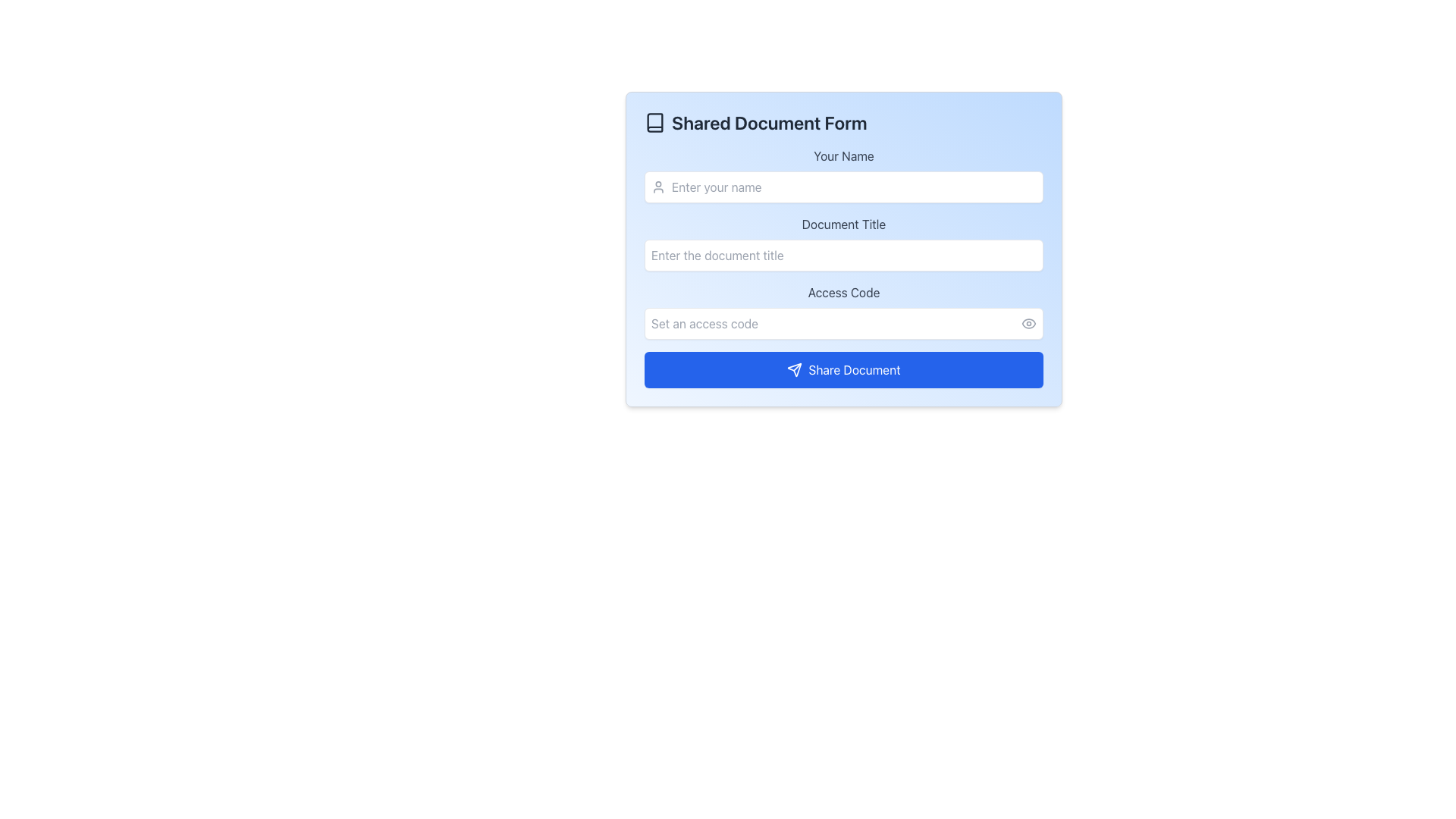 The height and width of the screenshot is (819, 1456). Describe the element at coordinates (794, 370) in the screenshot. I see `the 'Share Document' button, which features a send icon shaped like a paper airplane with a blue background` at that location.